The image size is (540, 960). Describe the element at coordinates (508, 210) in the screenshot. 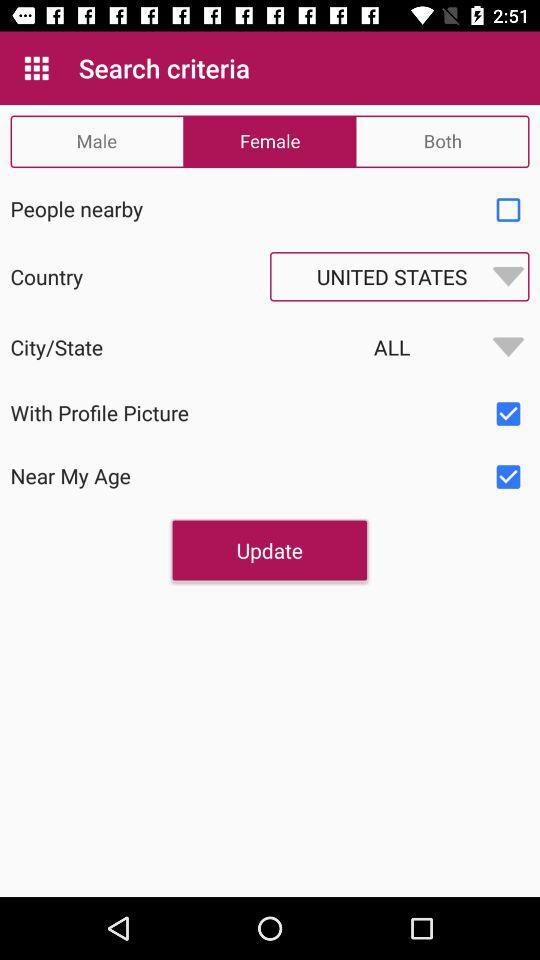

I see `the item next to the people nearby icon` at that location.